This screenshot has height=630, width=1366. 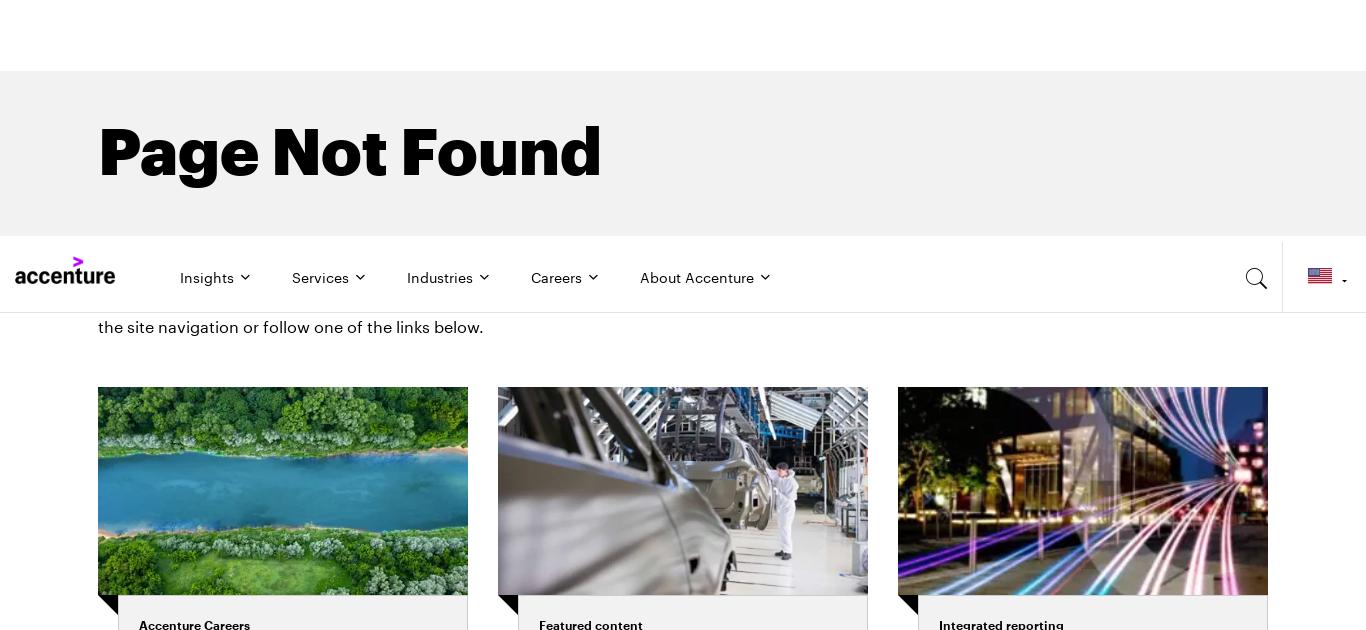 I want to click on 'Every day, in all directions, we measure our success by the value we deliver for all stakeholders.', so click(x=1086, y=500).